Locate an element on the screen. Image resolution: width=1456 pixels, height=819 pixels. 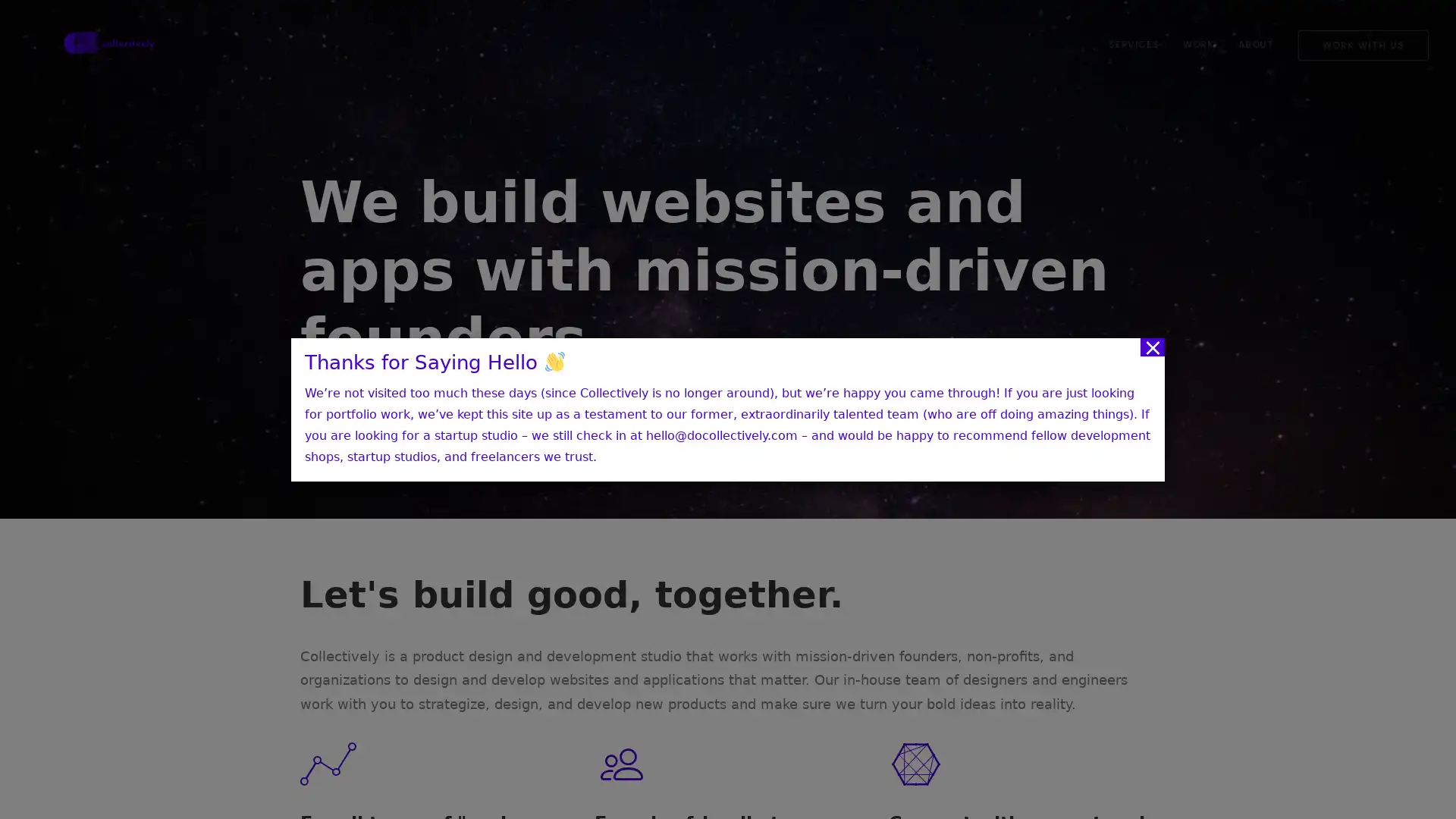
Close is located at coordinates (1153, 347).